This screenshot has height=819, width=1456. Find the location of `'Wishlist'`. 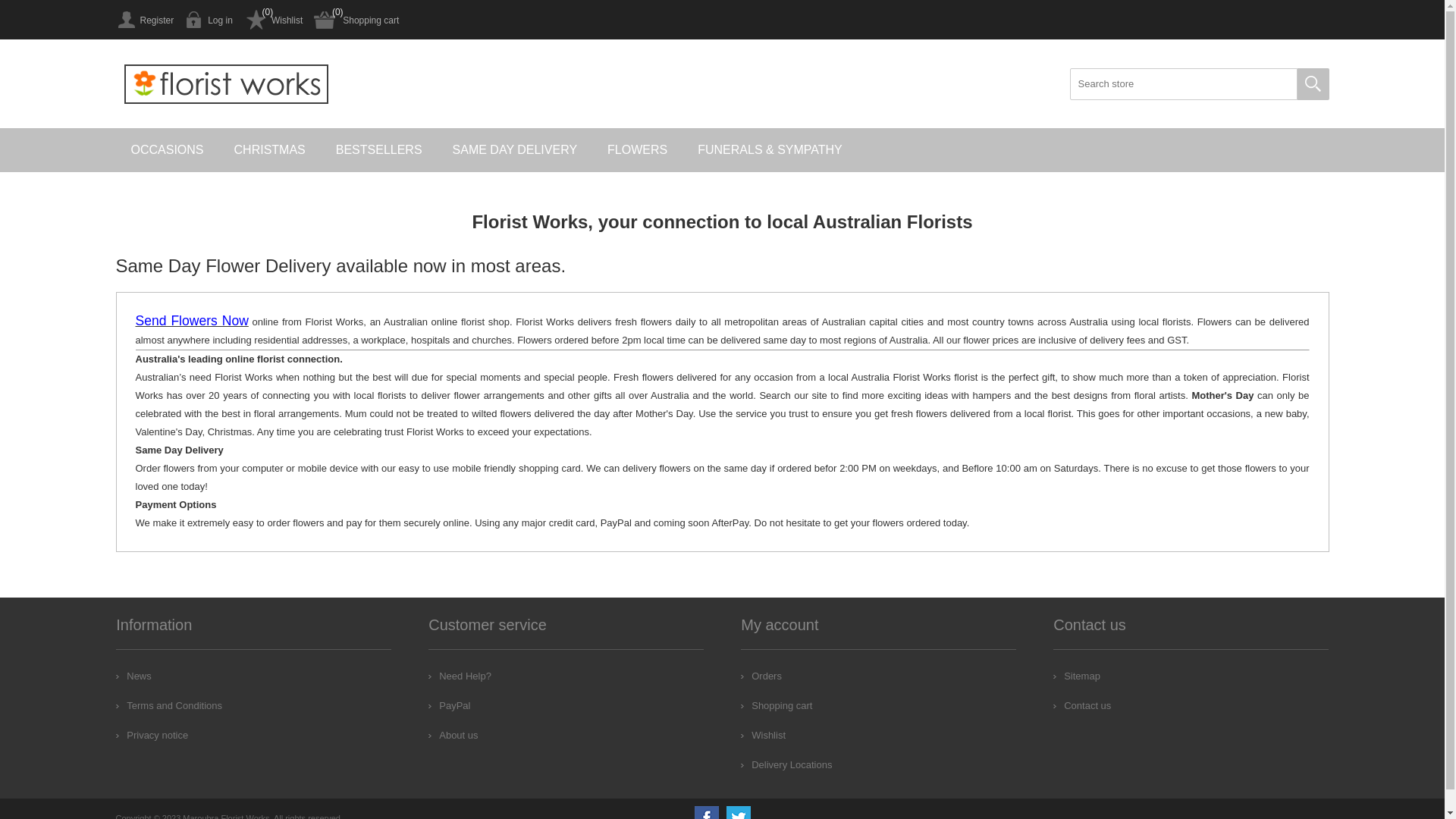

'Wishlist' is located at coordinates (273, 20).